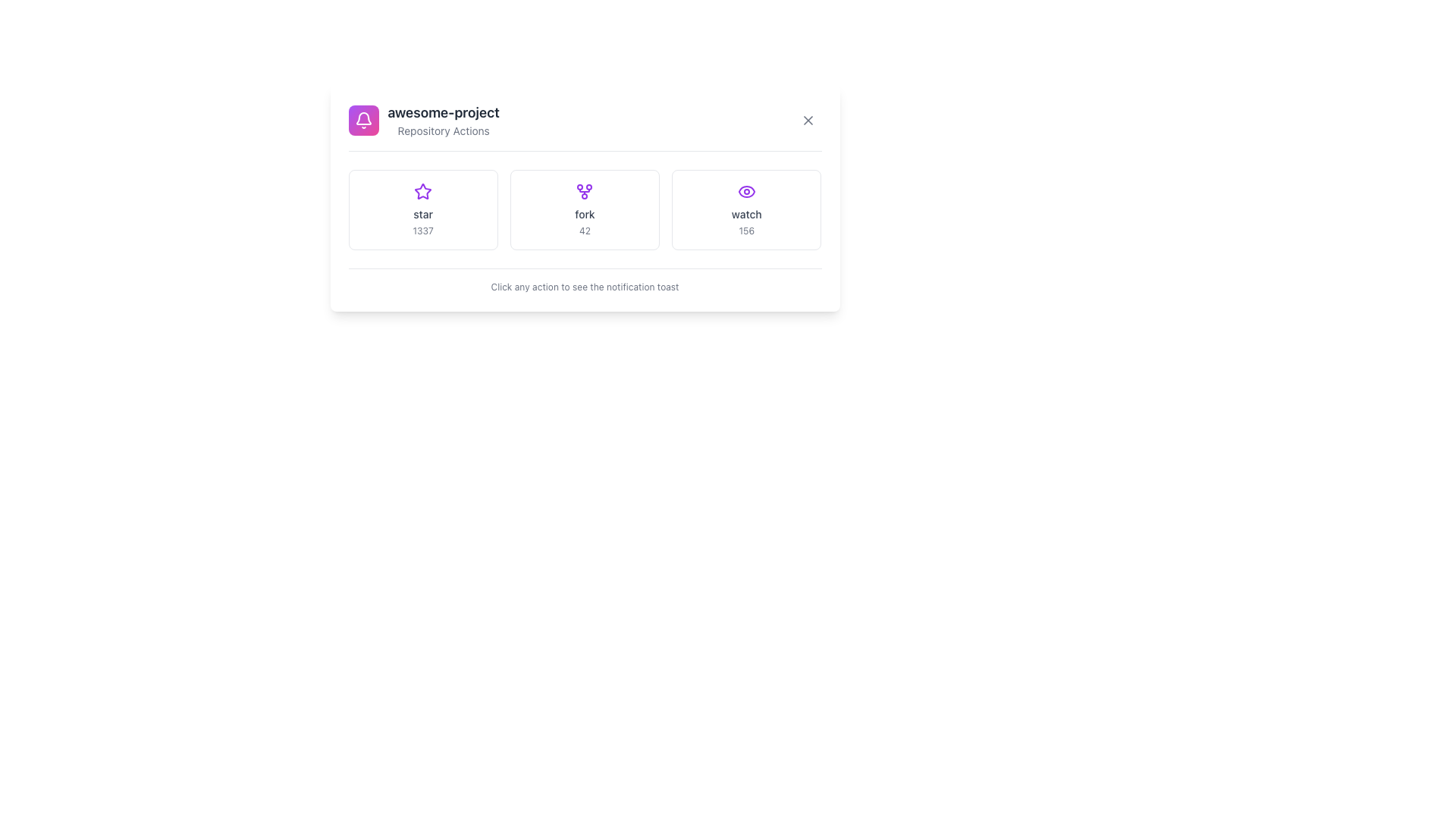 This screenshot has width=1456, height=819. What do you see at coordinates (584, 197) in the screenshot?
I see `the 'fork' actionable item within the compact card styled in white with rounded corners and a shadow, which is the second item in the grid layout` at bounding box center [584, 197].